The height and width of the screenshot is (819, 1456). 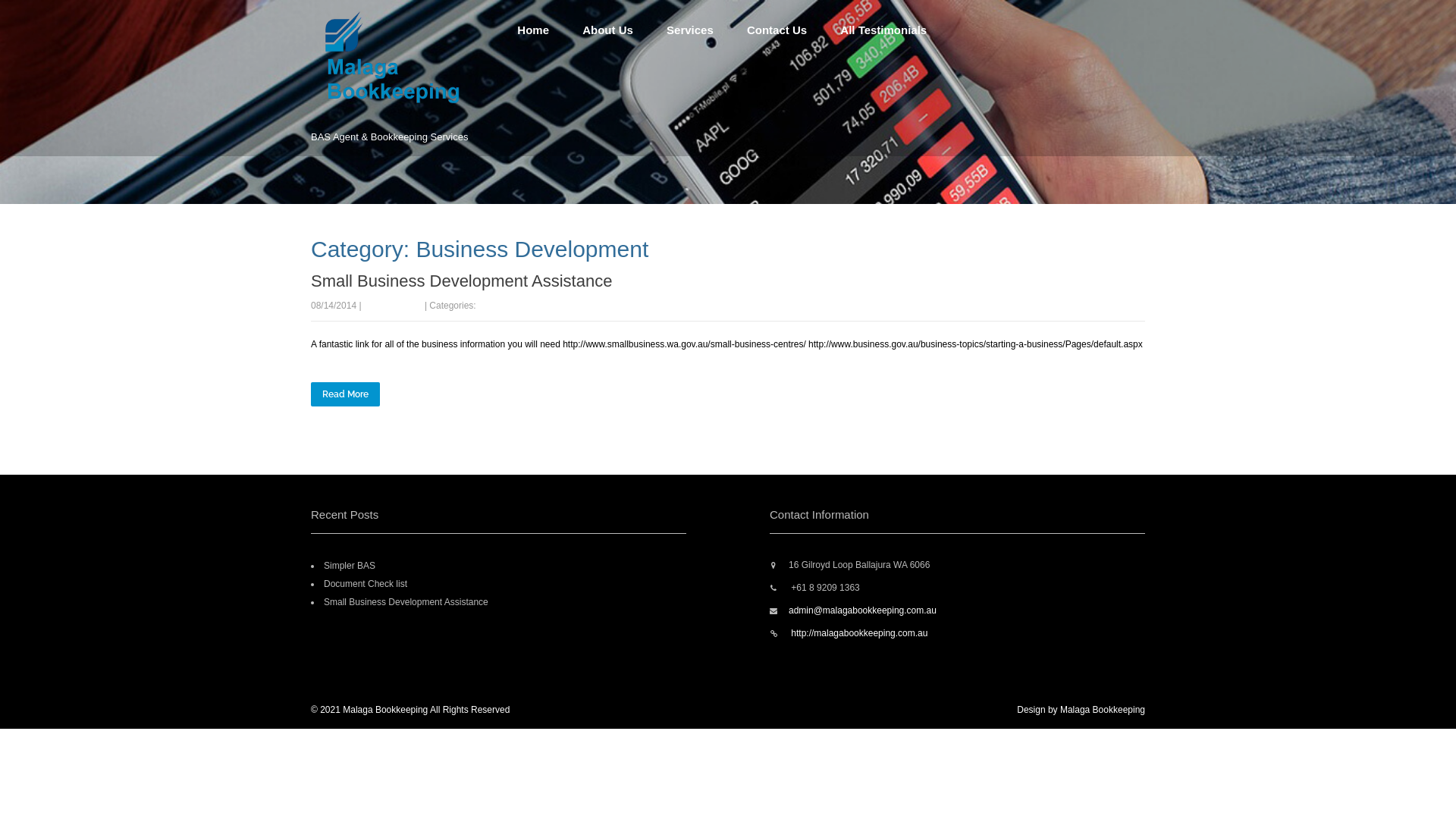 I want to click on 'BAS Agent & Bookkeeping Services', so click(x=406, y=107).